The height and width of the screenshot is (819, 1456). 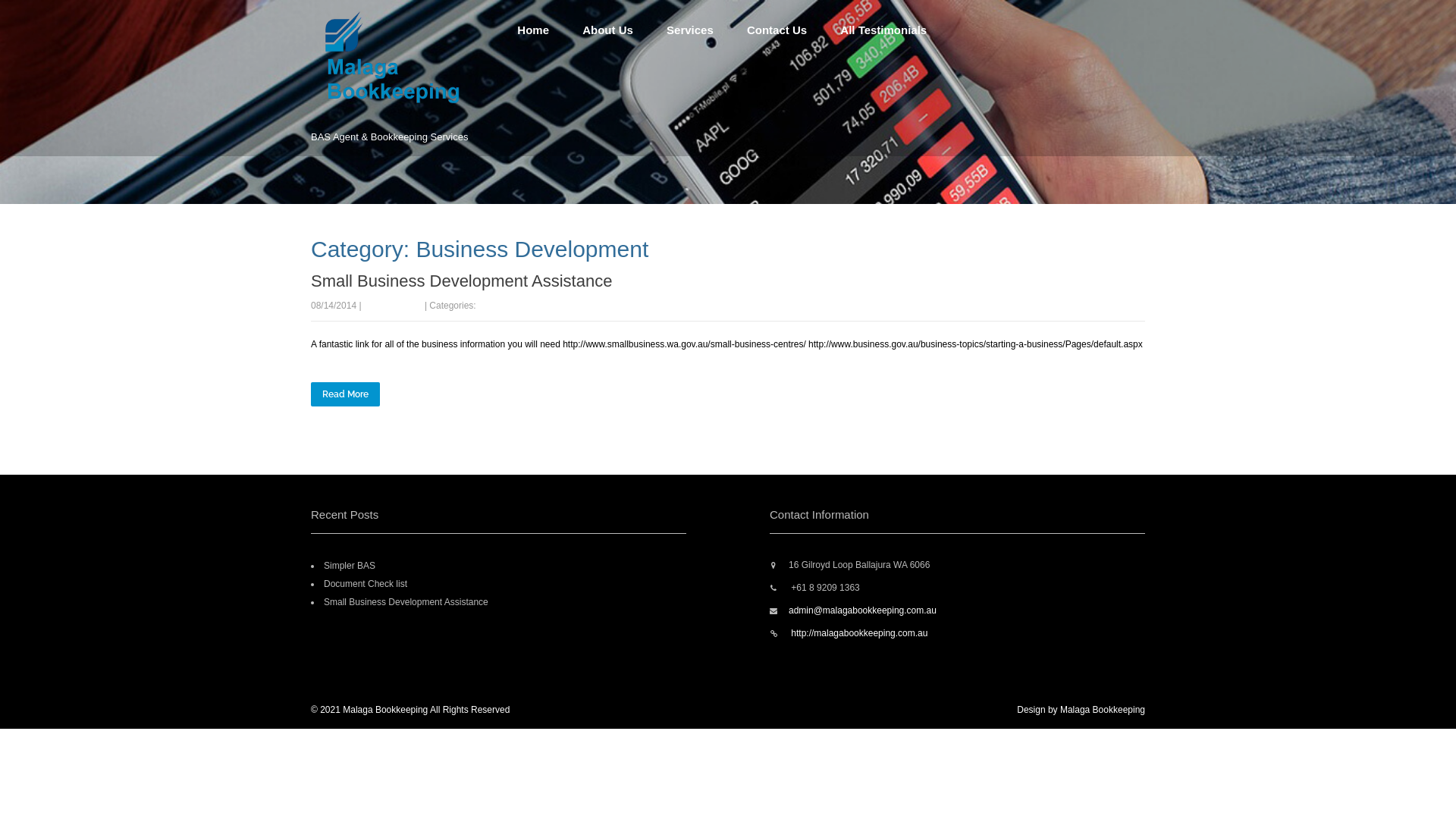 I want to click on 'BAS Agent & Bookkeeping Services', so click(x=406, y=107).